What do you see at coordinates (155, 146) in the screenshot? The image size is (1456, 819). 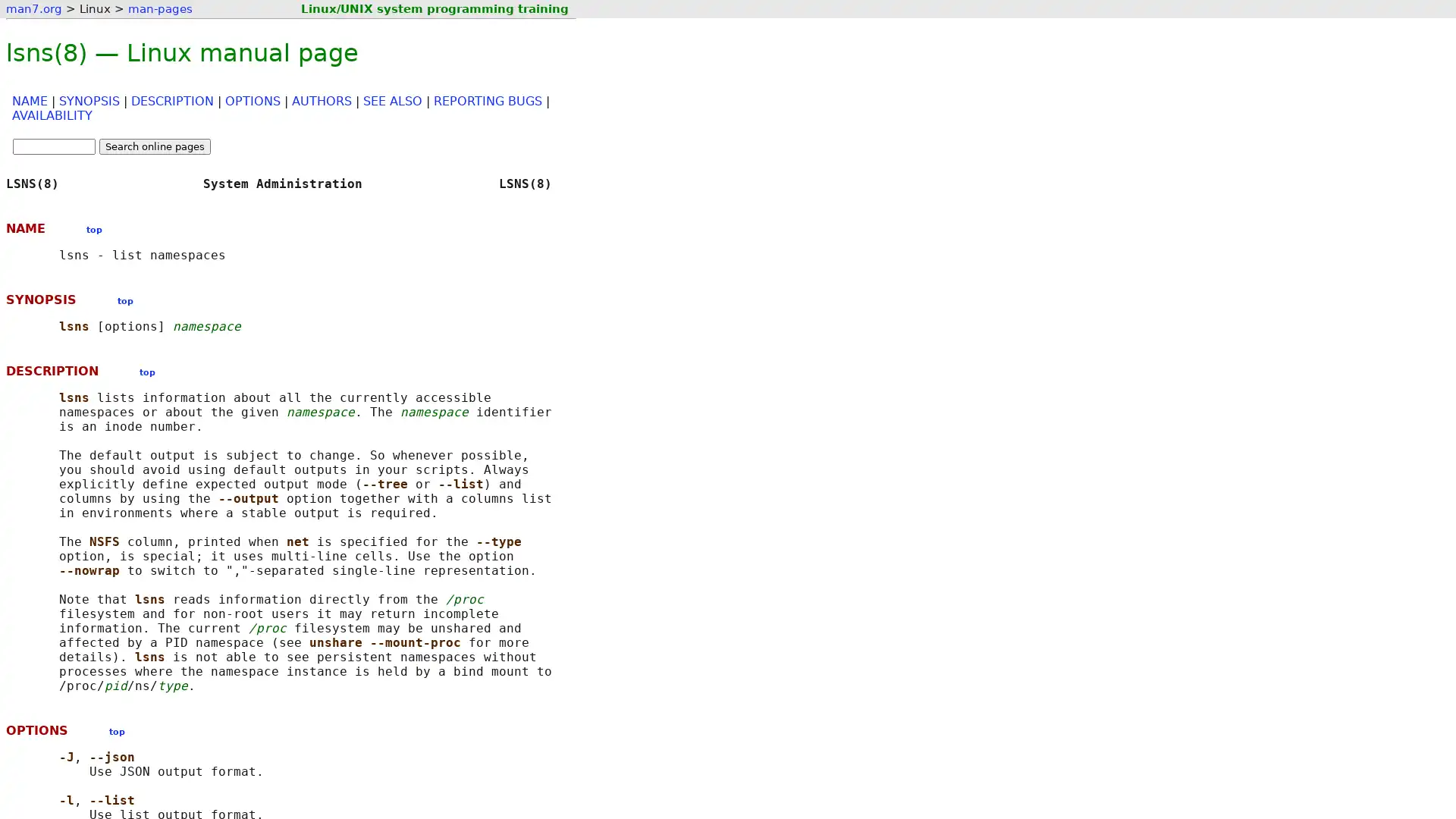 I see `Search online pages` at bounding box center [155, 146].